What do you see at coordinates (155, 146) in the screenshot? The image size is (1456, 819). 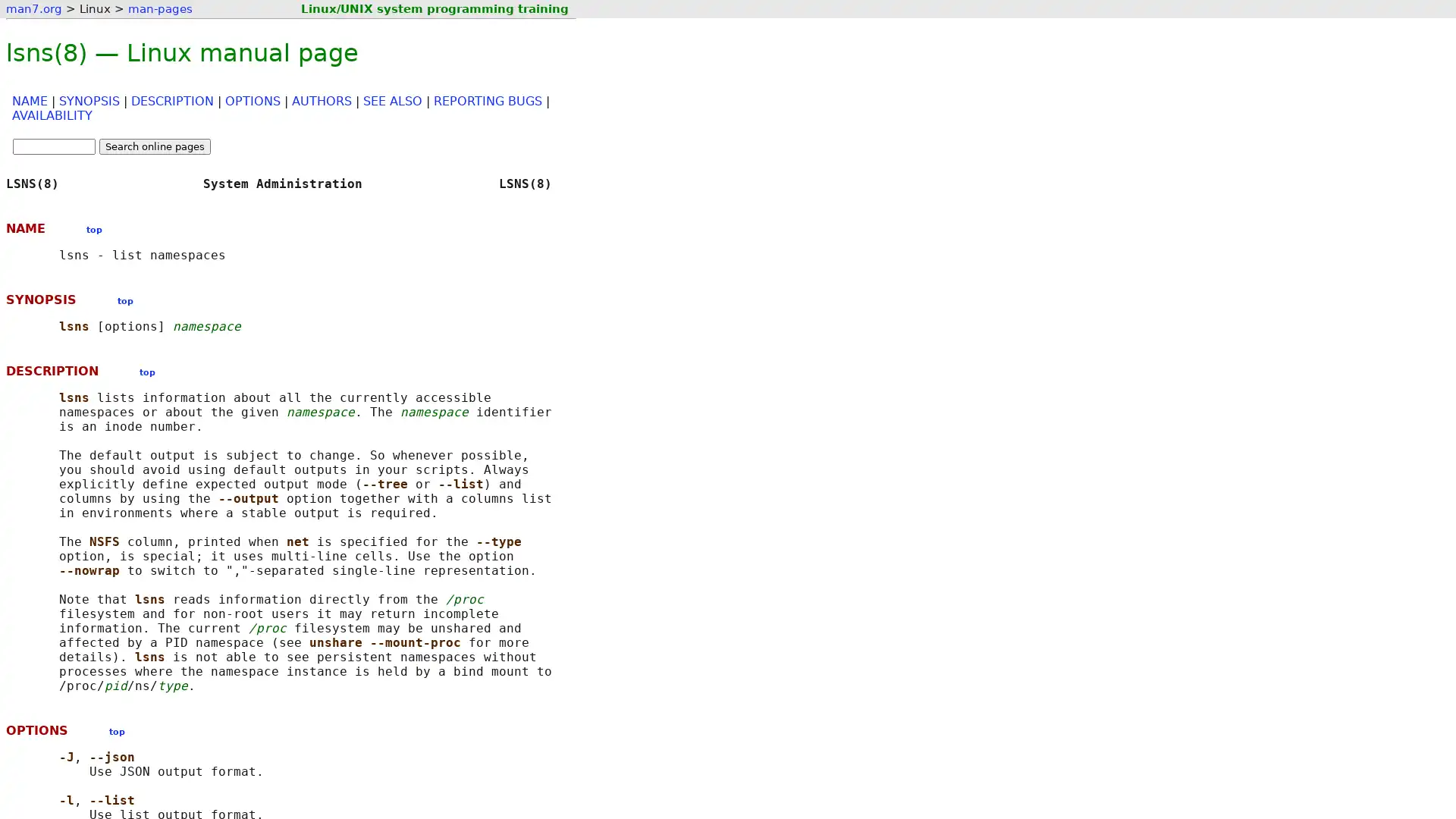 I see `Search online pages` at bounding box center [155, 146].